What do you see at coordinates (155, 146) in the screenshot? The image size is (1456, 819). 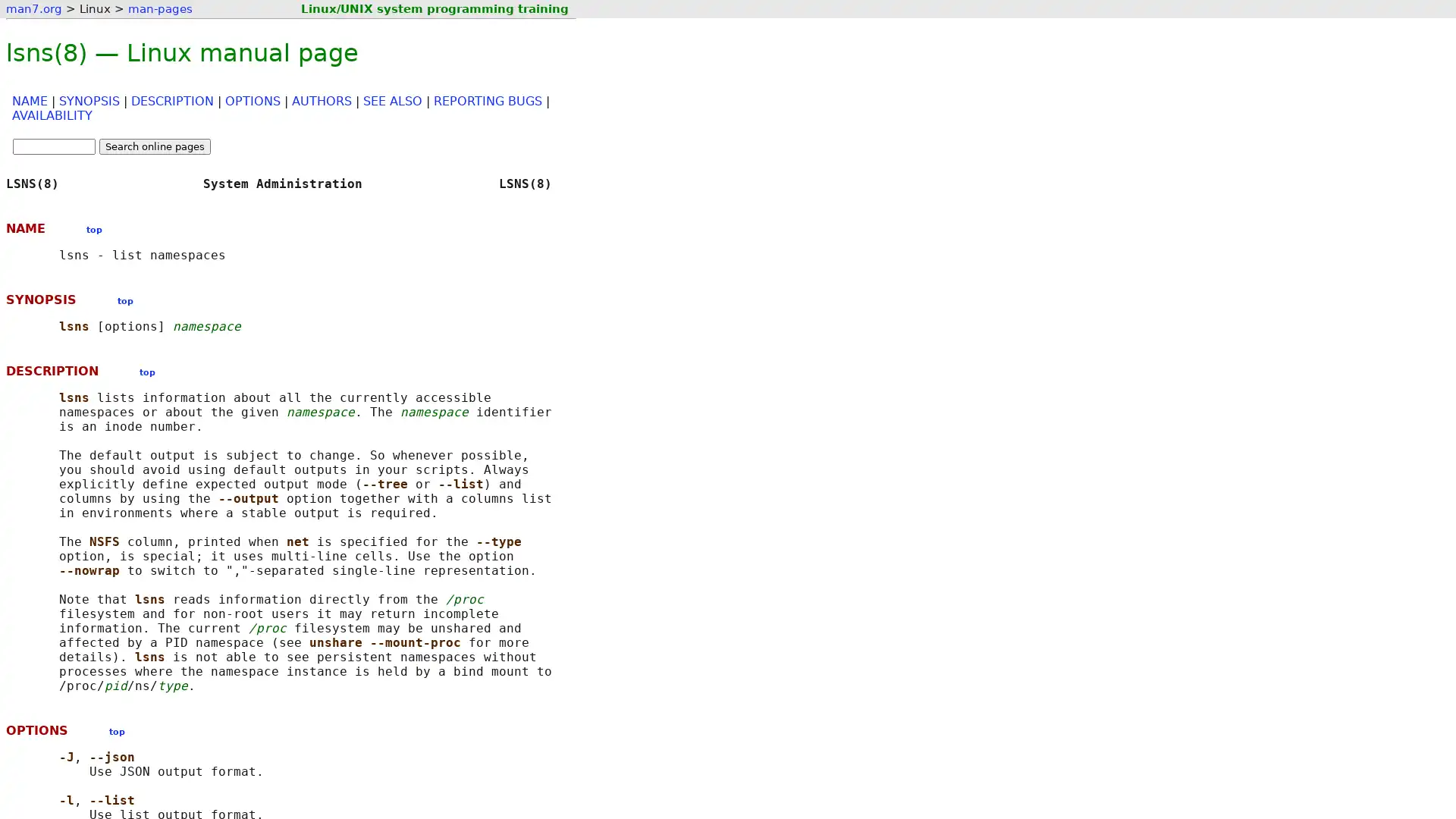 I see `Search online pages` at bounding box center [155, 146].